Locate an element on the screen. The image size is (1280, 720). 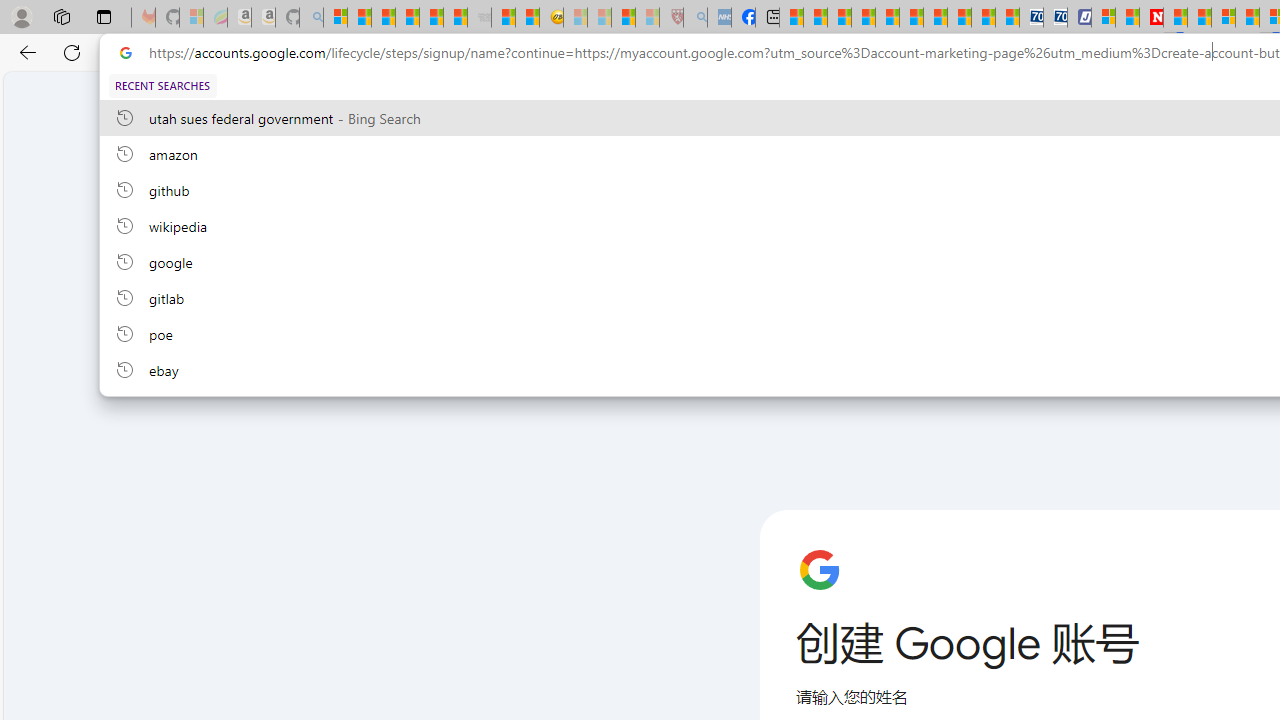
'Robert H. Shmerling, MD - Harvard Health - Sleeping' is located at coordinates (672, 17).